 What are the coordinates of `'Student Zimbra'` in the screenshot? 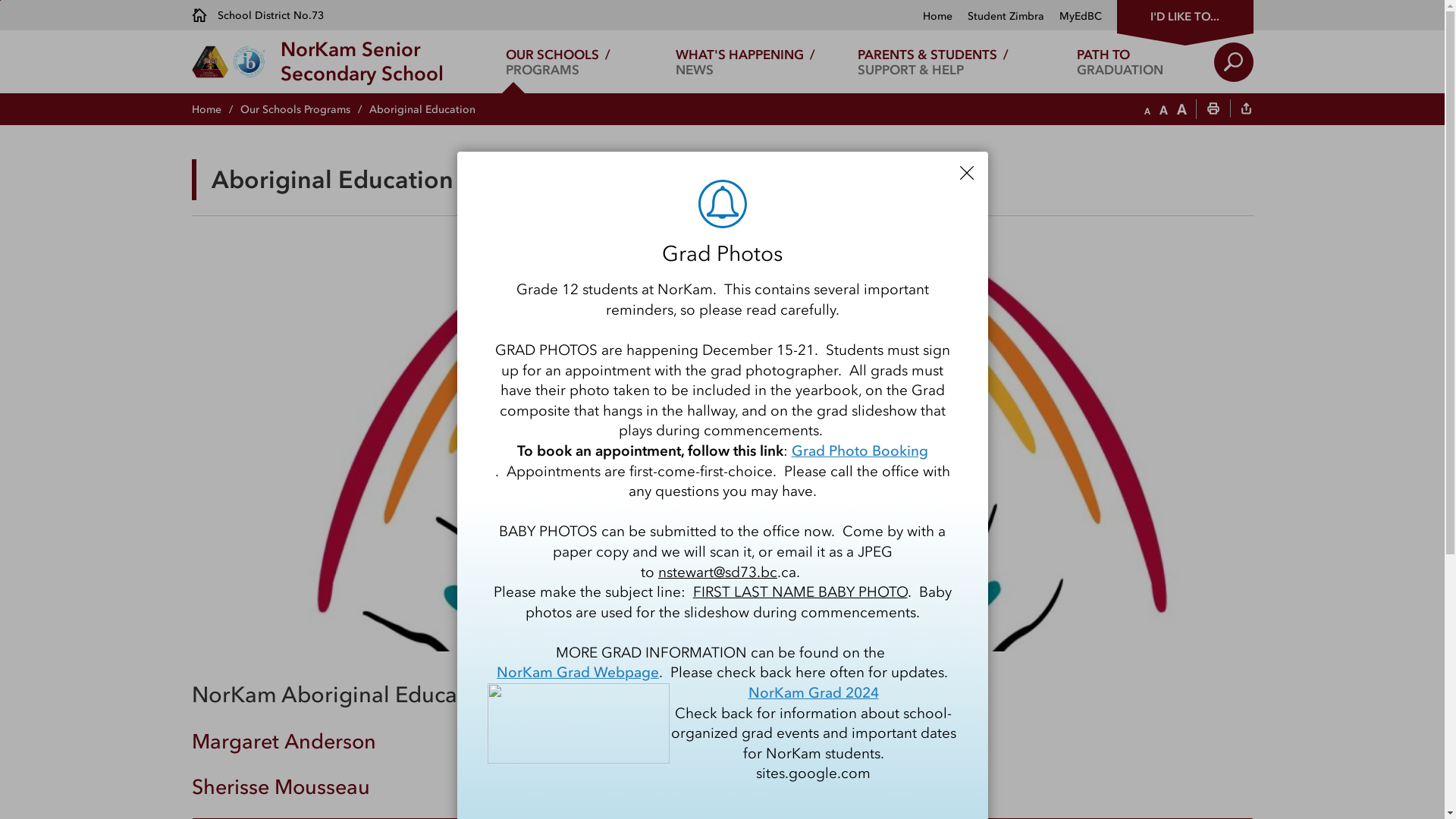 It's located at (998, 16).